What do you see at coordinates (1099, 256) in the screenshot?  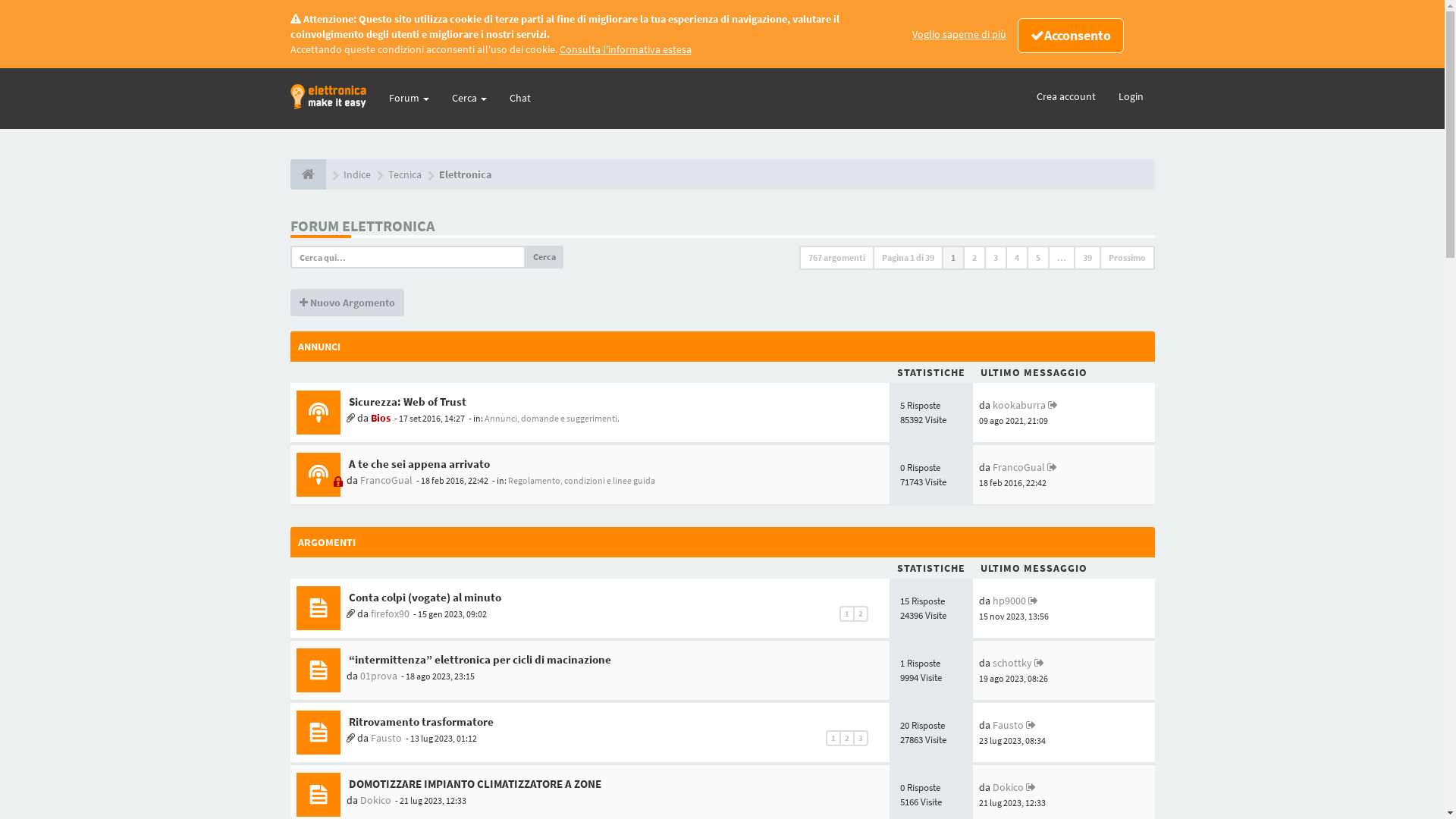 I see `'Prossimo'` at bounding box center [1099, 256].